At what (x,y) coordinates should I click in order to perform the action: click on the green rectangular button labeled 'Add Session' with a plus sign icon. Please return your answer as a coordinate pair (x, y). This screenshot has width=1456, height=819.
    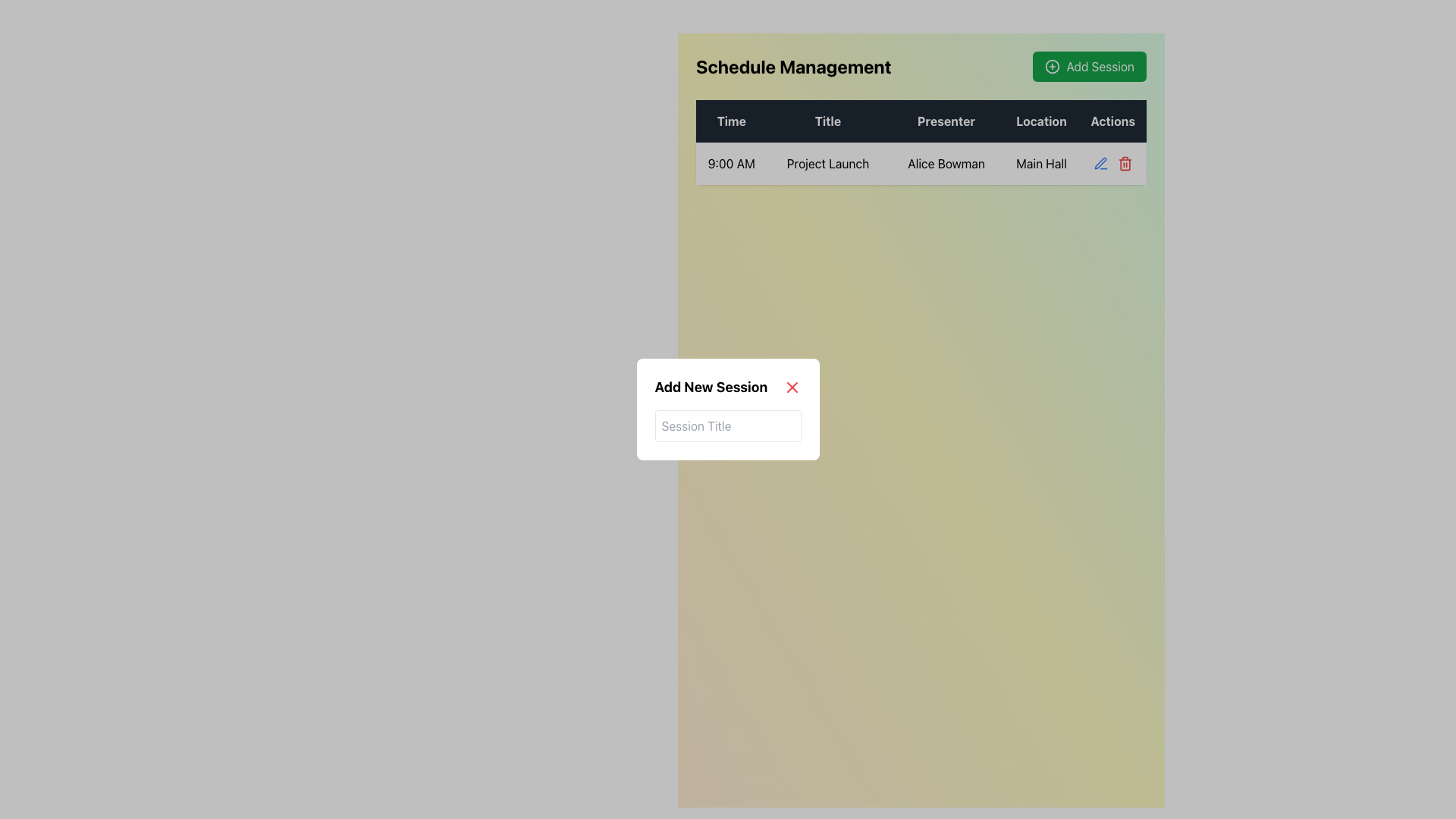
    Looking at the image, I should click on (1088, 66).